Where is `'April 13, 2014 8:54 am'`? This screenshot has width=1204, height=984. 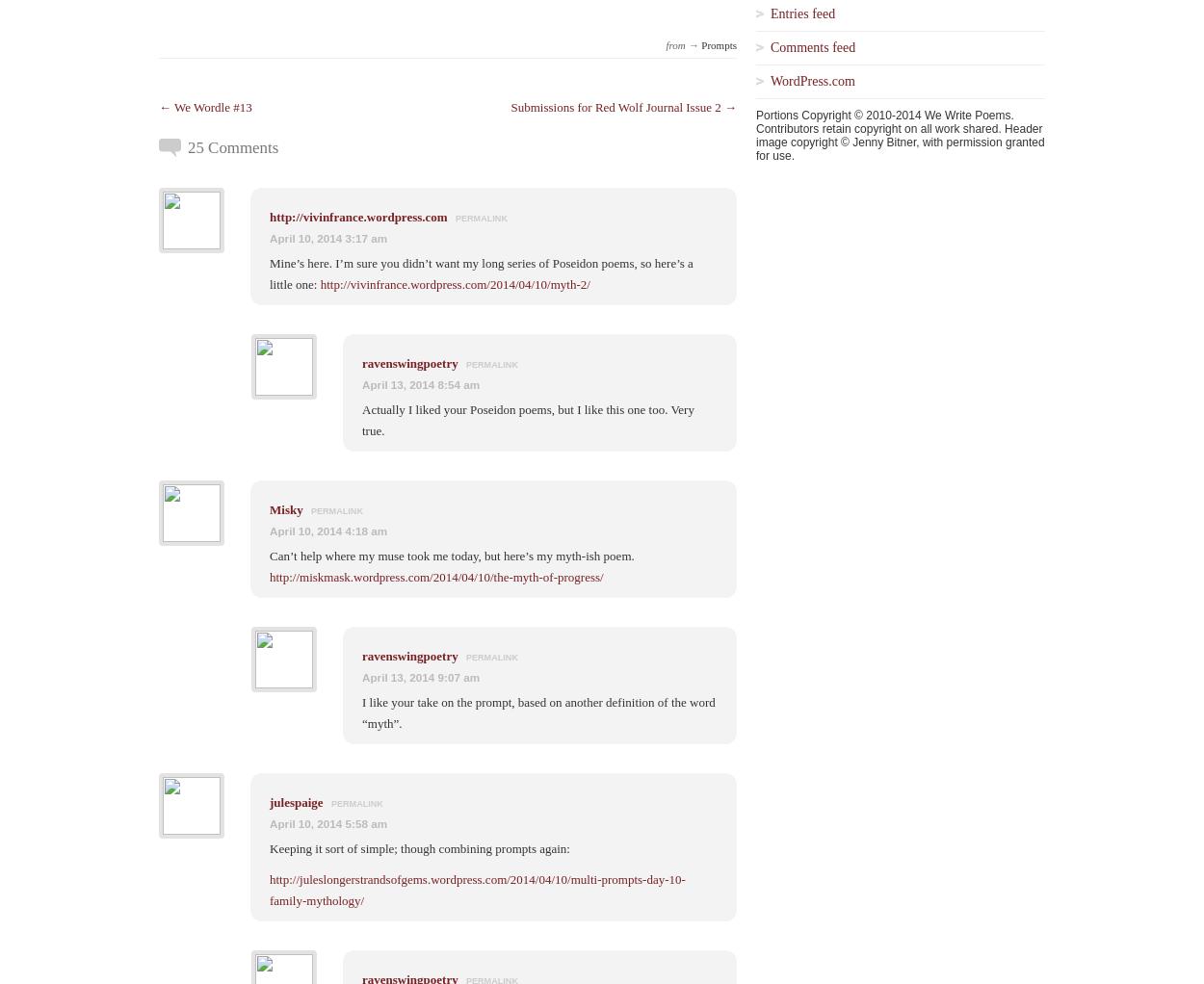
'April 13, 2014 8:54 am' is located at coordinates (421, 382).